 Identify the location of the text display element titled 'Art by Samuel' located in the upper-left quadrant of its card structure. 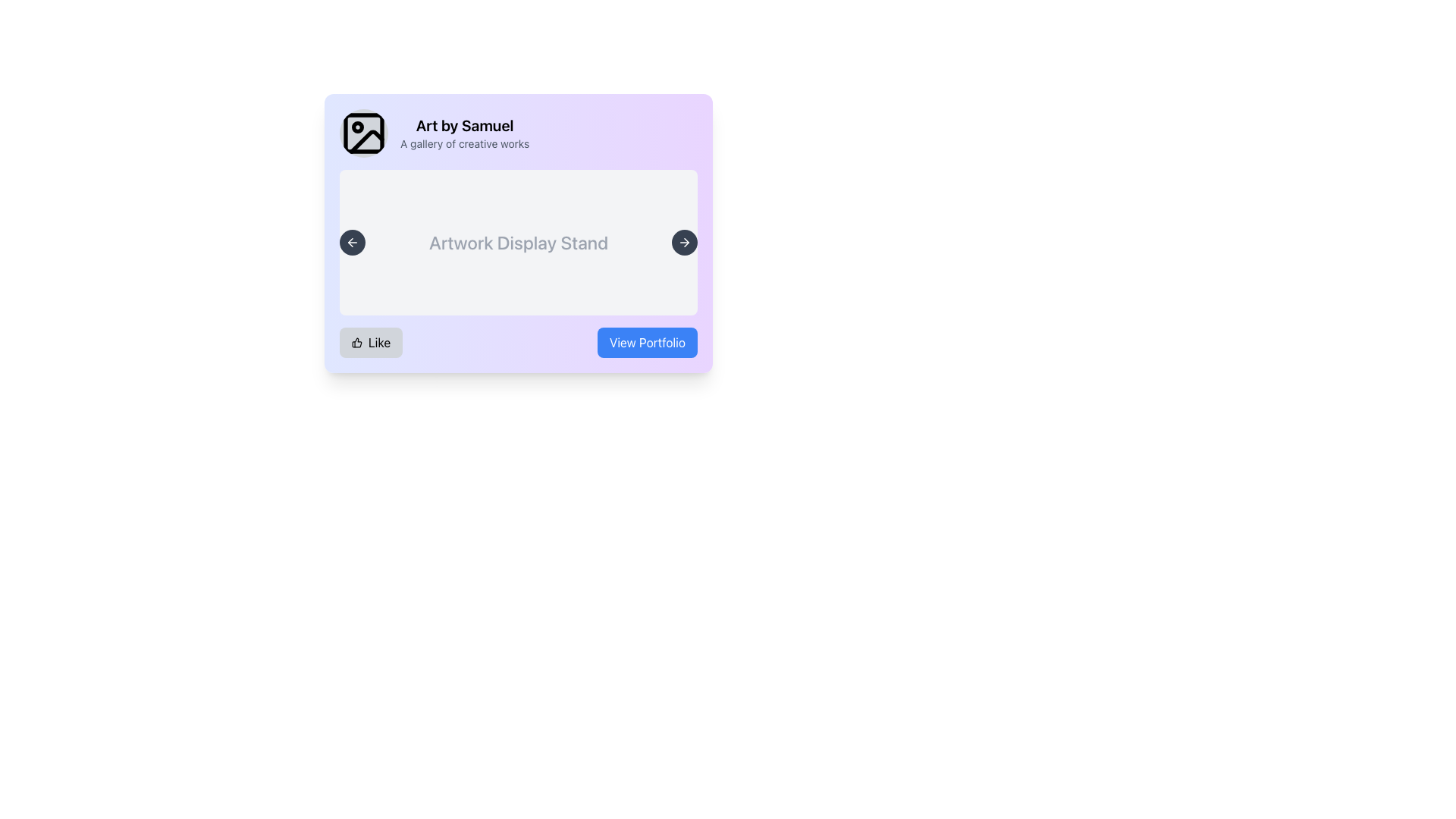
(464, 133).